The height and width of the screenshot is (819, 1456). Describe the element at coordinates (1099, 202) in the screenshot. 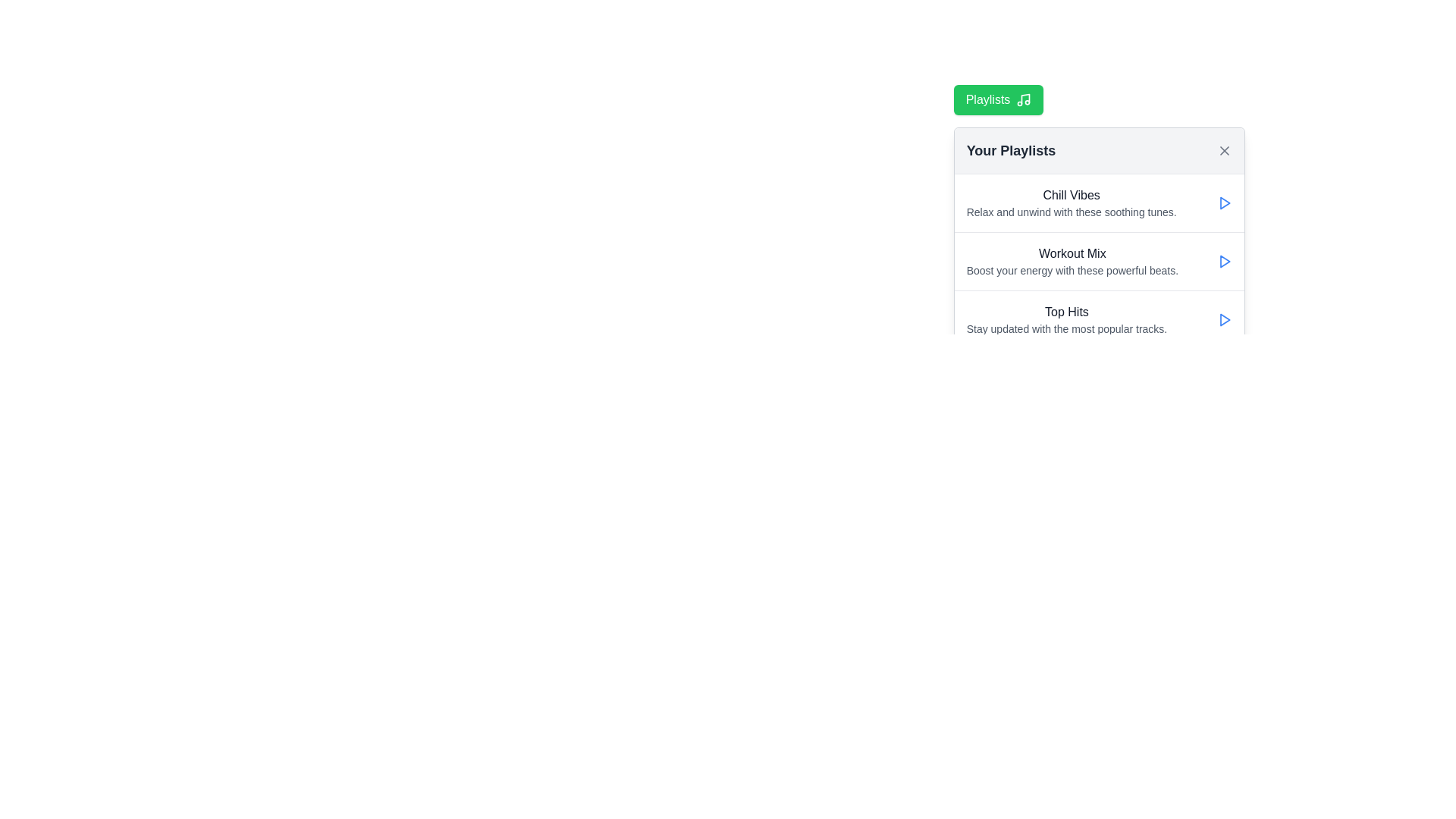

I see `the first selectable list item titled 'Chill Vibes' under the header 'Your Playlists', which contains a subtitle and a right-facing arrow icon` at that location.